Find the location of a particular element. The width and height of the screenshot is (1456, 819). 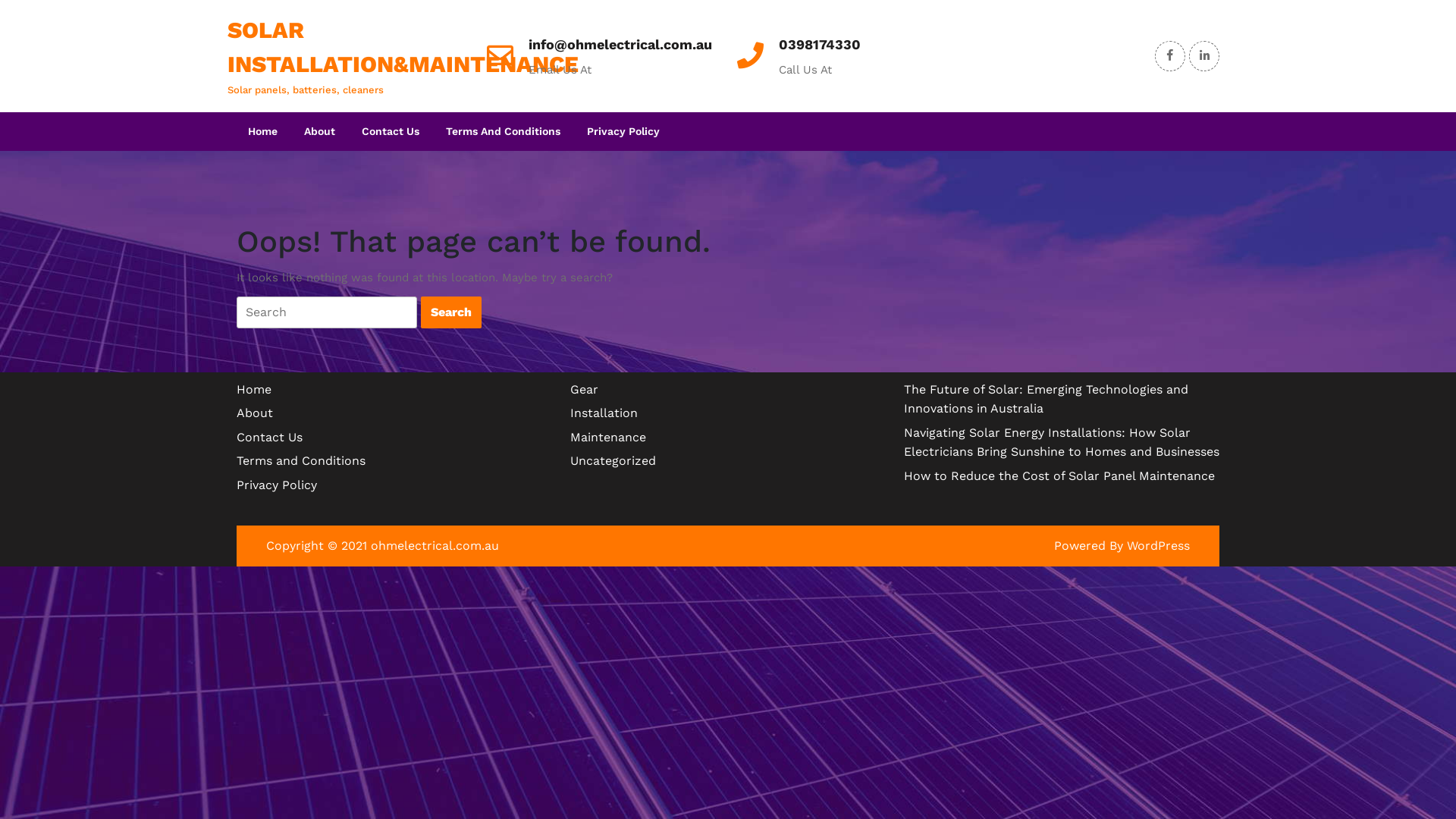

'Linkedin' is located at coordinates (1203, 54).